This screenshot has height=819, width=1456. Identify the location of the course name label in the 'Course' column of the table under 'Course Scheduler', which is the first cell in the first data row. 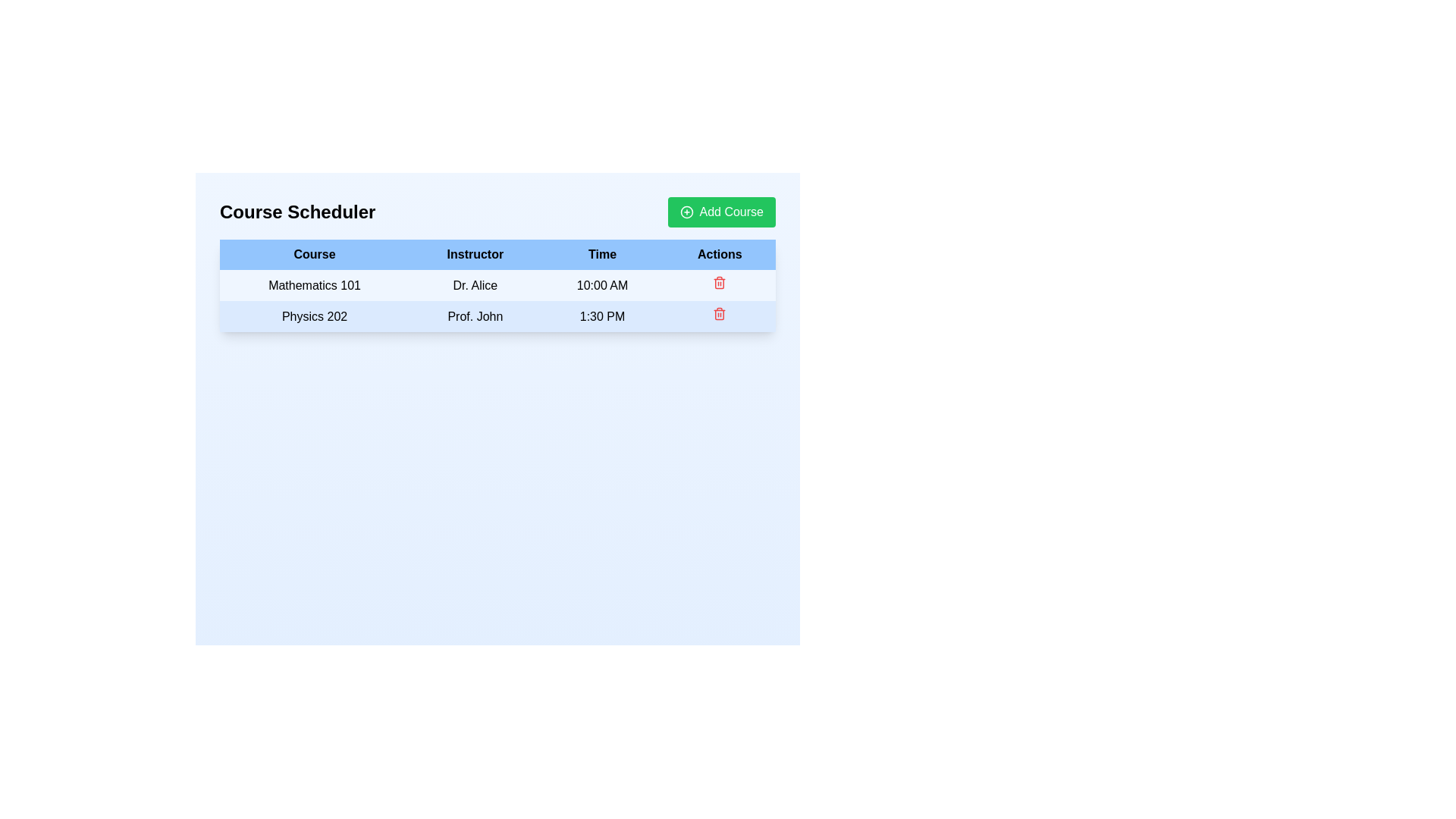
(314, 285).